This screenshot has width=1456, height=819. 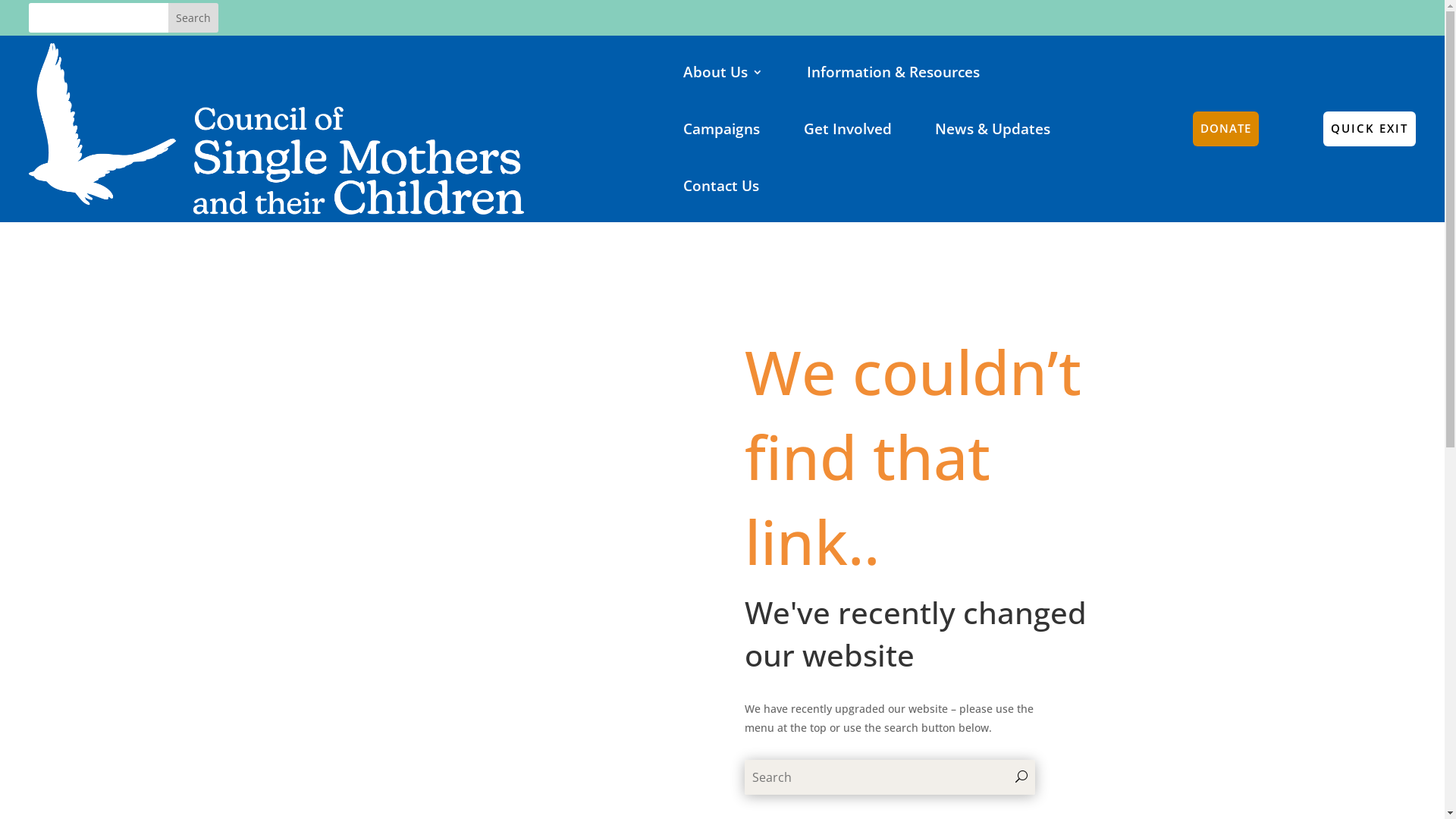 What do you see at coordinates (993, 127) in the screenshot?
I see `'News & Updates'` at bounding box center [993, 127].